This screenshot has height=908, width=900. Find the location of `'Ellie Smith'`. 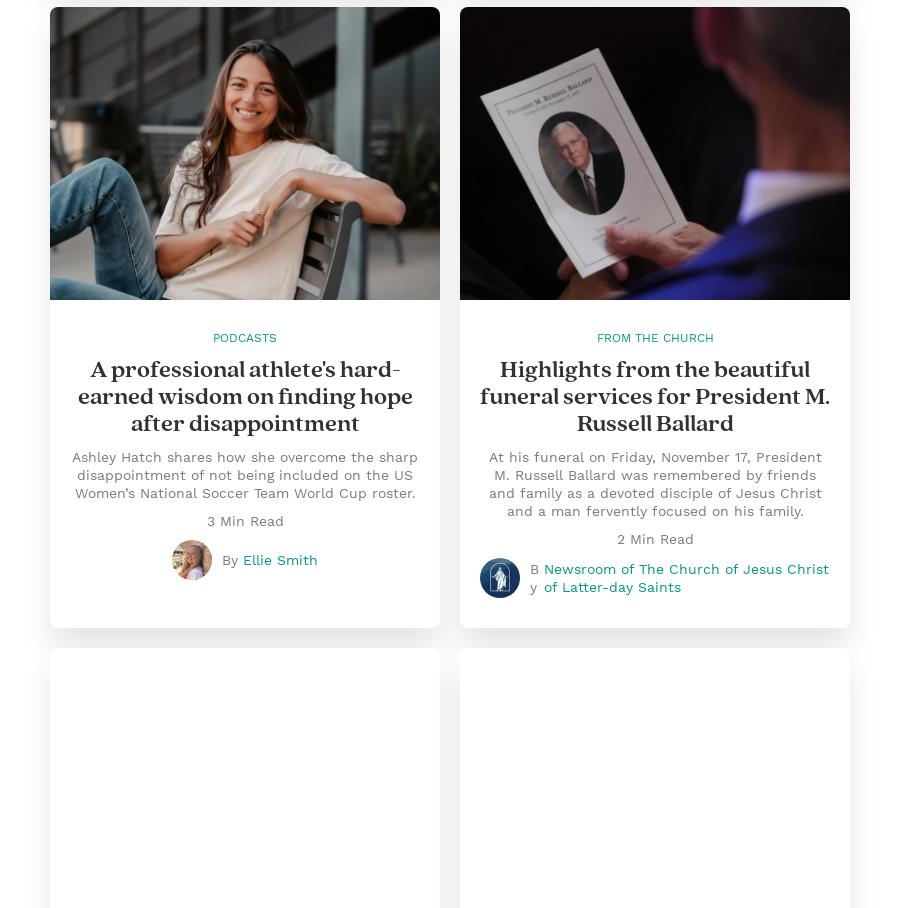

'Ellie Smith' is located at coordinates (279, 558).